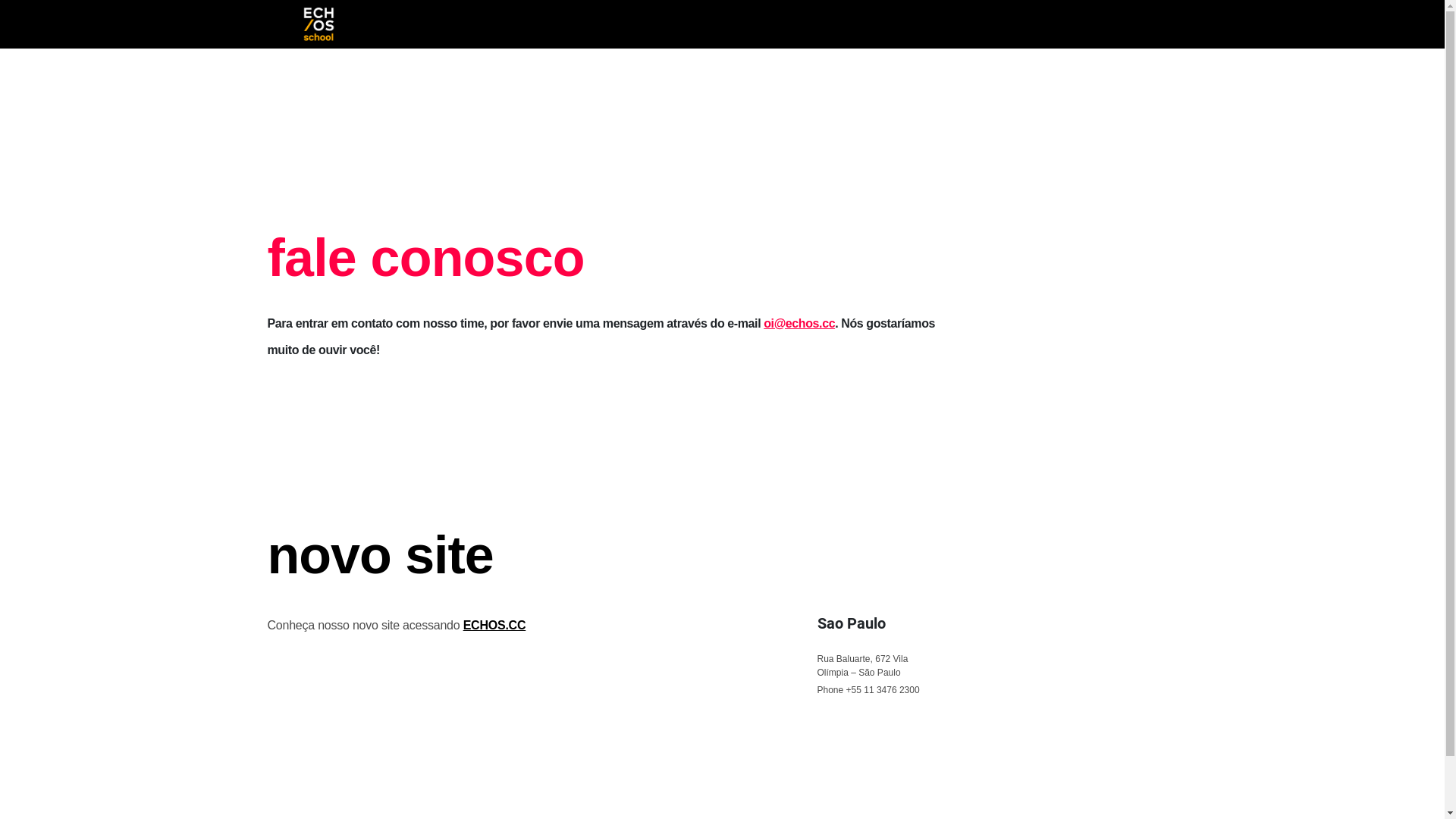 This screenshot has width=1456, height=819. I want to click on 'ECHOS.CC', so click(494, 625).